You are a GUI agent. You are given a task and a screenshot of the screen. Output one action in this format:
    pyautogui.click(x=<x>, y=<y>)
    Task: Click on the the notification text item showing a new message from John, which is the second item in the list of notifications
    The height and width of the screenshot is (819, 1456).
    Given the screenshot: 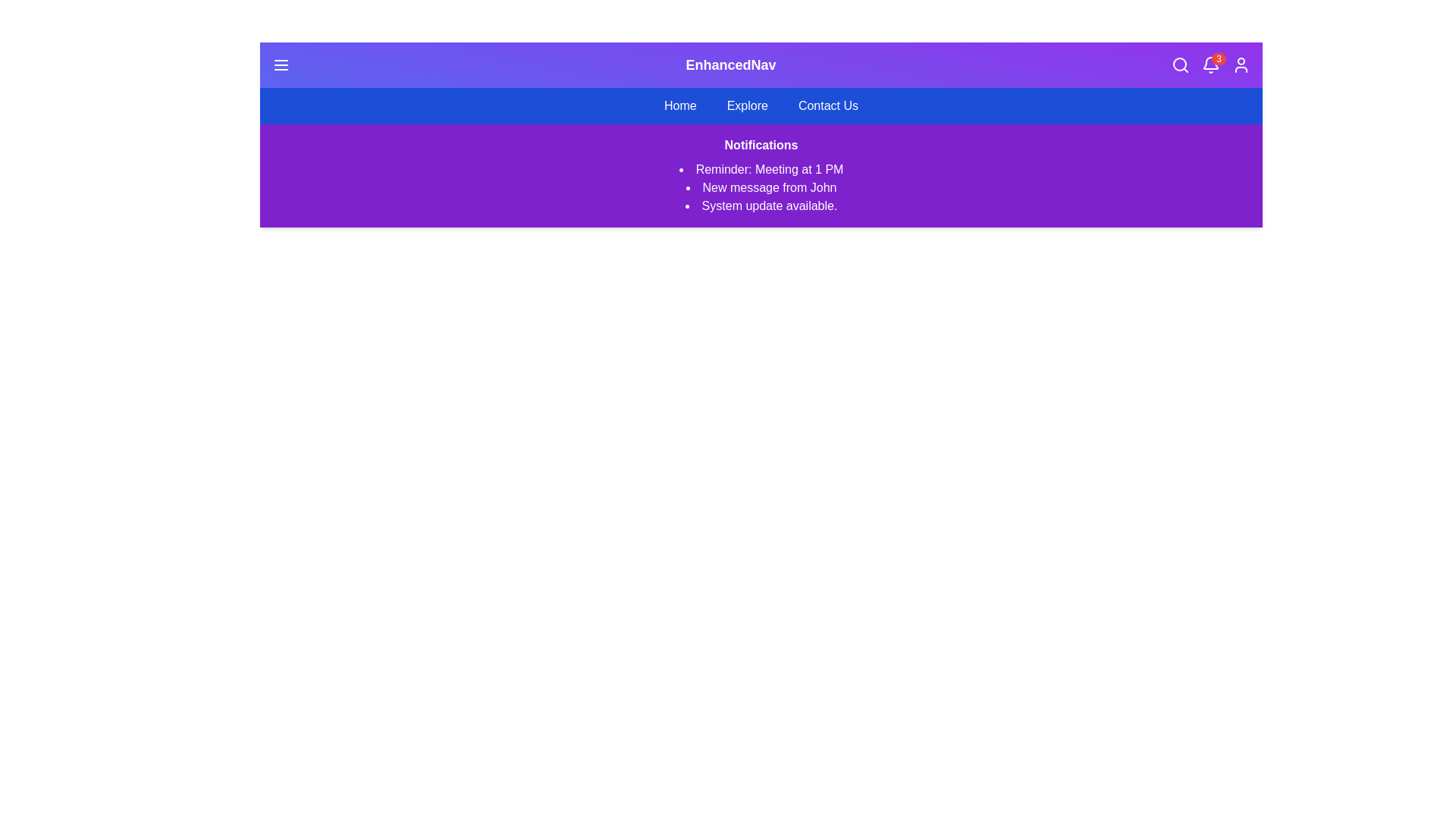 What is the action you would take?
    pyautogui.click(x=761, y=187)
    